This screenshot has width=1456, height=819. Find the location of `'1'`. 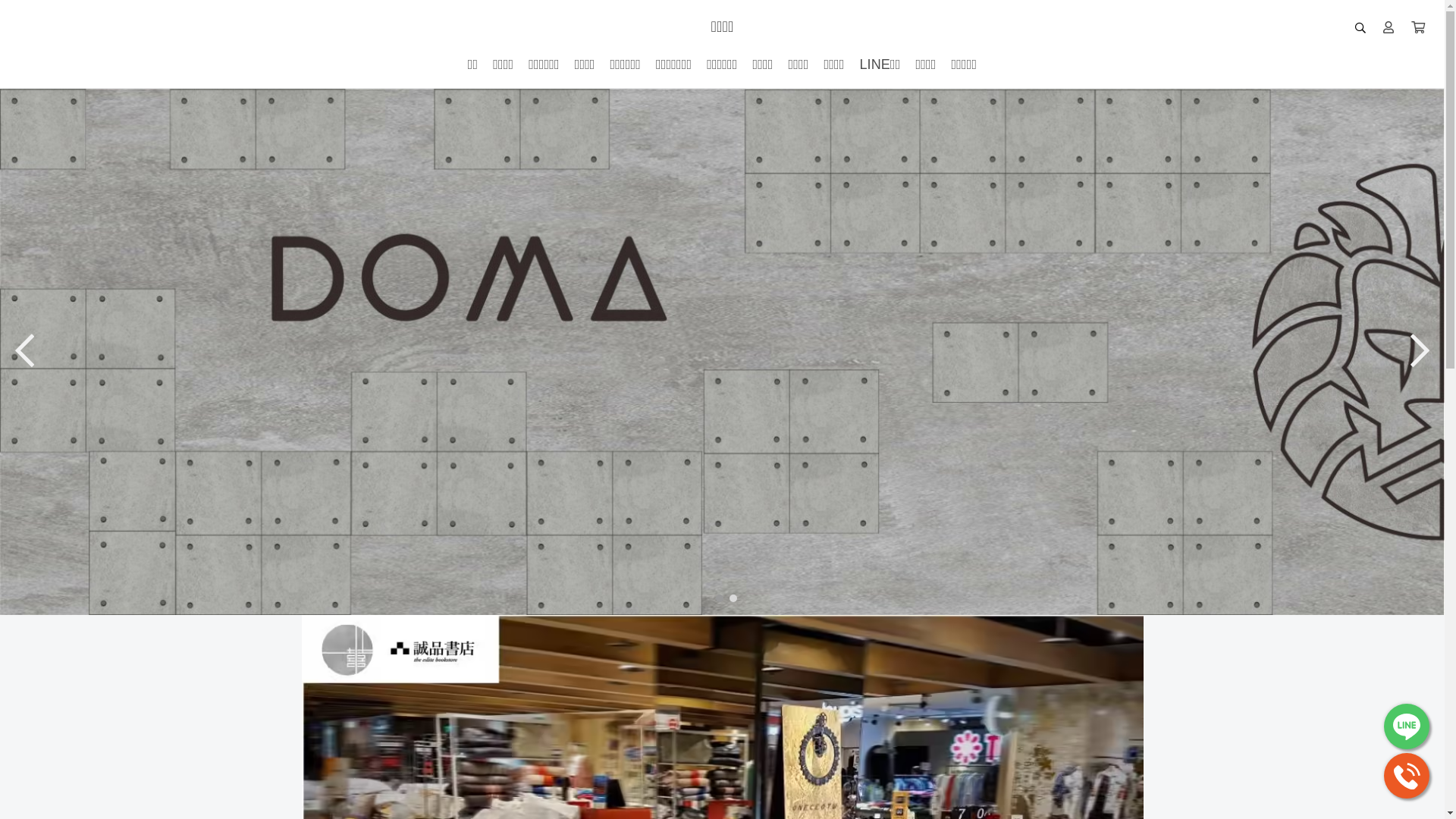

'1' is located at coordinates (715, 596).